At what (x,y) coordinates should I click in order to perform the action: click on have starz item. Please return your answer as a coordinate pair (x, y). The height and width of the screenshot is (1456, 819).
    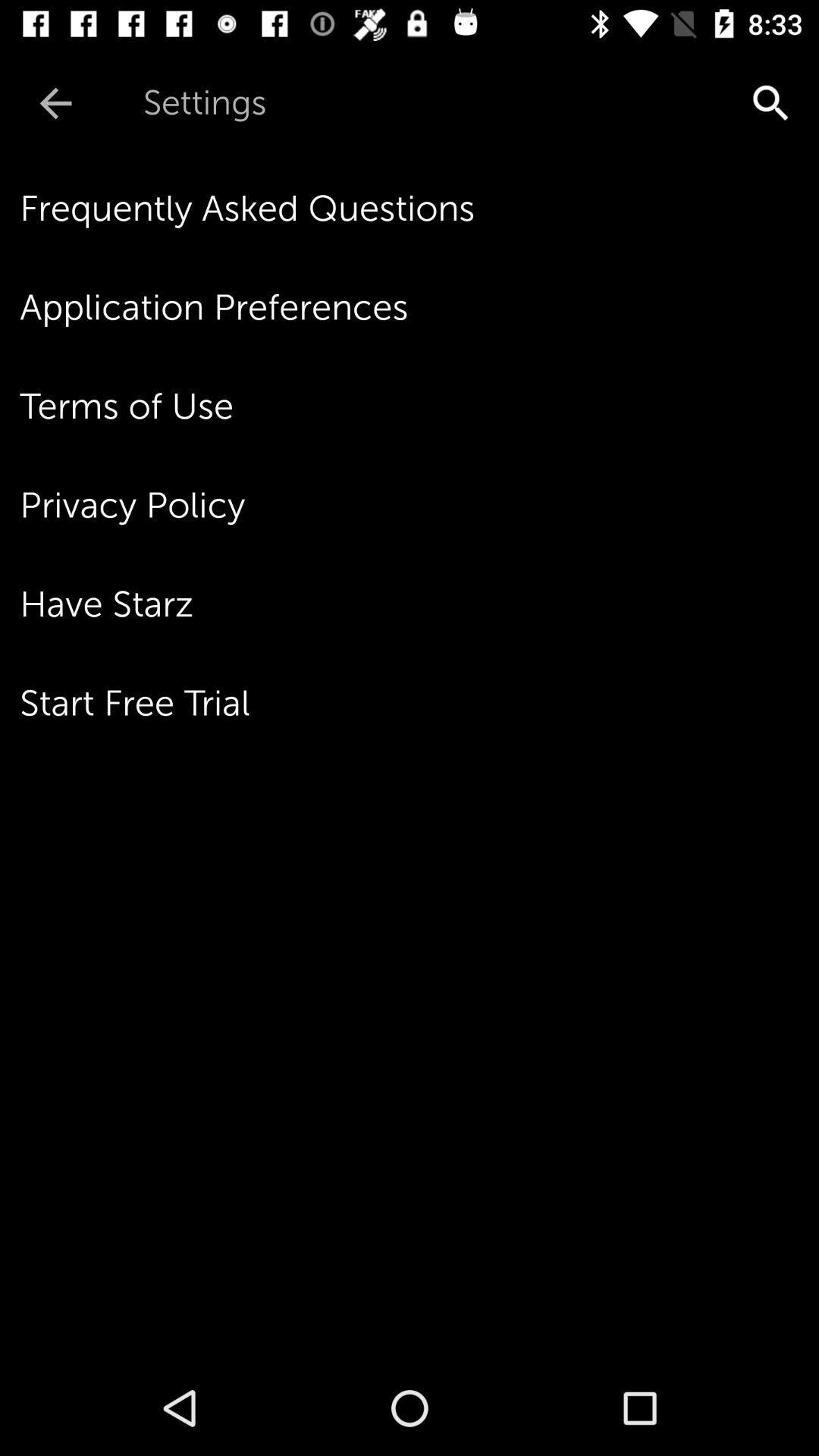
    Looking at the image, I should click on (419, 604).